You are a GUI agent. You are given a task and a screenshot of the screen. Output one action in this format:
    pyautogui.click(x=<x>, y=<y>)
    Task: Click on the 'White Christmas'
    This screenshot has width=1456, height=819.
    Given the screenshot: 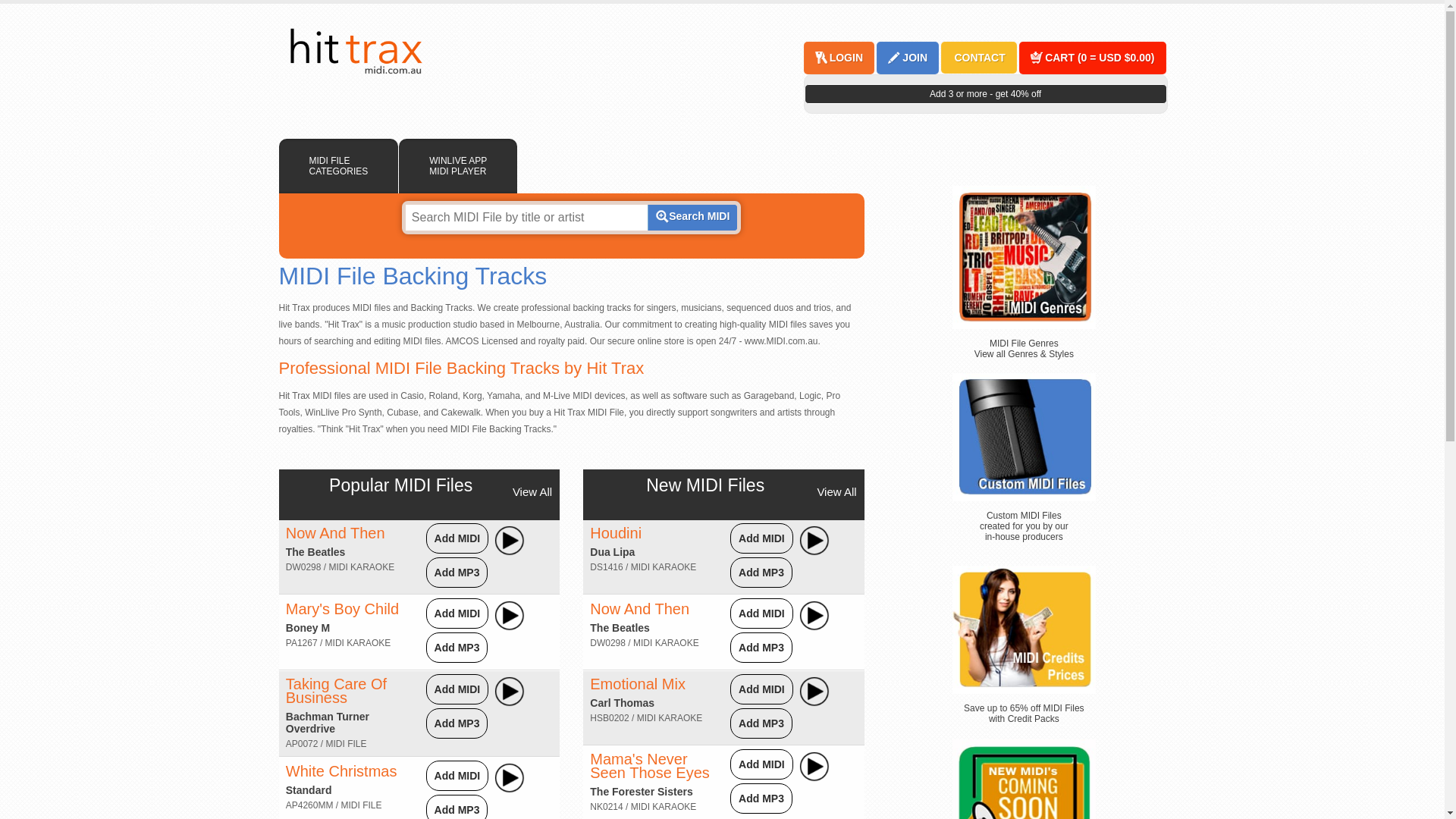 What is the action you would take?
    pyautogui.click(x=340, y=771)
    